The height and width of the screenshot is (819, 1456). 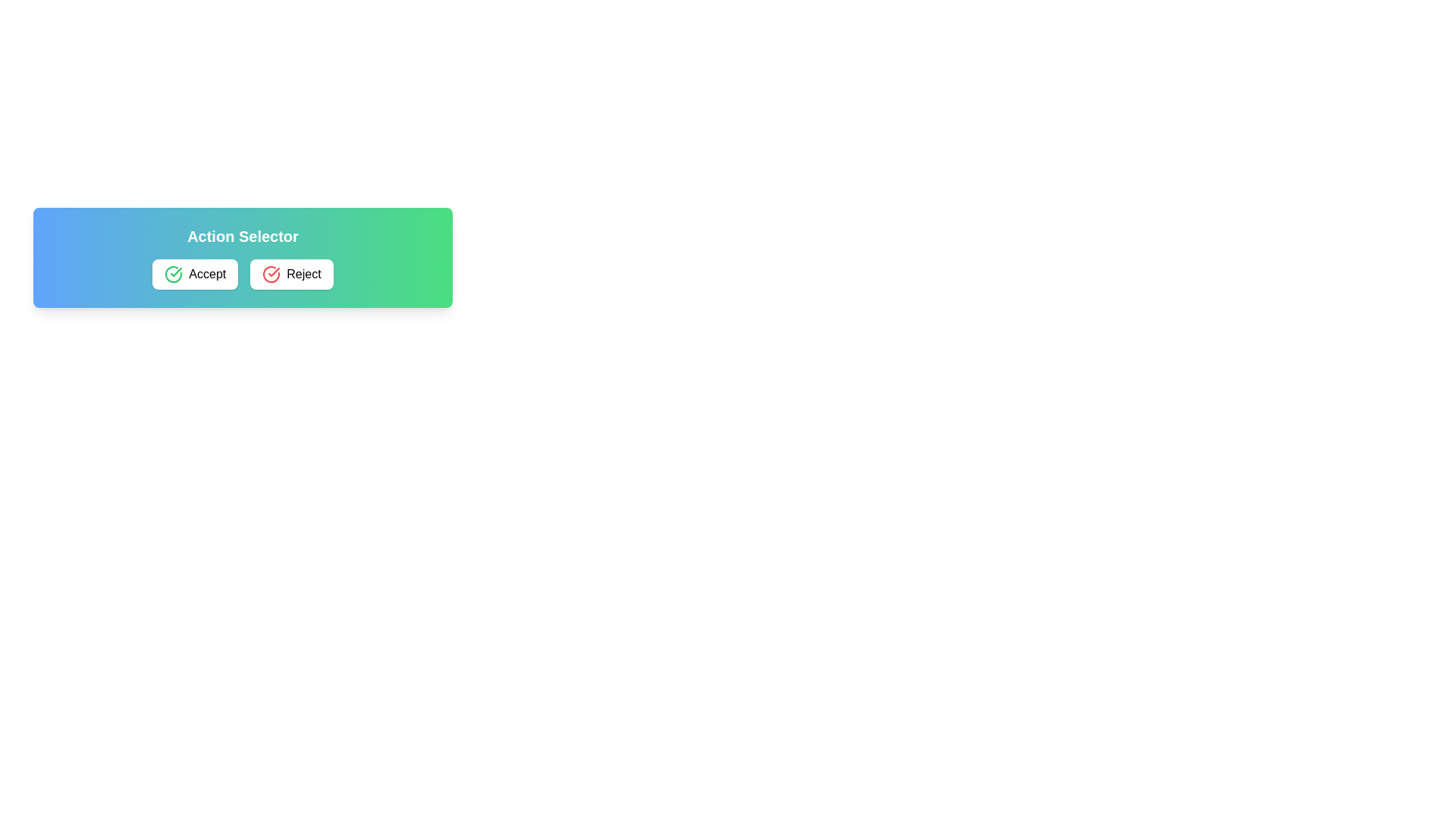 What do you see at coordinates (291, 275) in the screenshot?
I see `the 'Reject' button` at bounding box center [291, 275].